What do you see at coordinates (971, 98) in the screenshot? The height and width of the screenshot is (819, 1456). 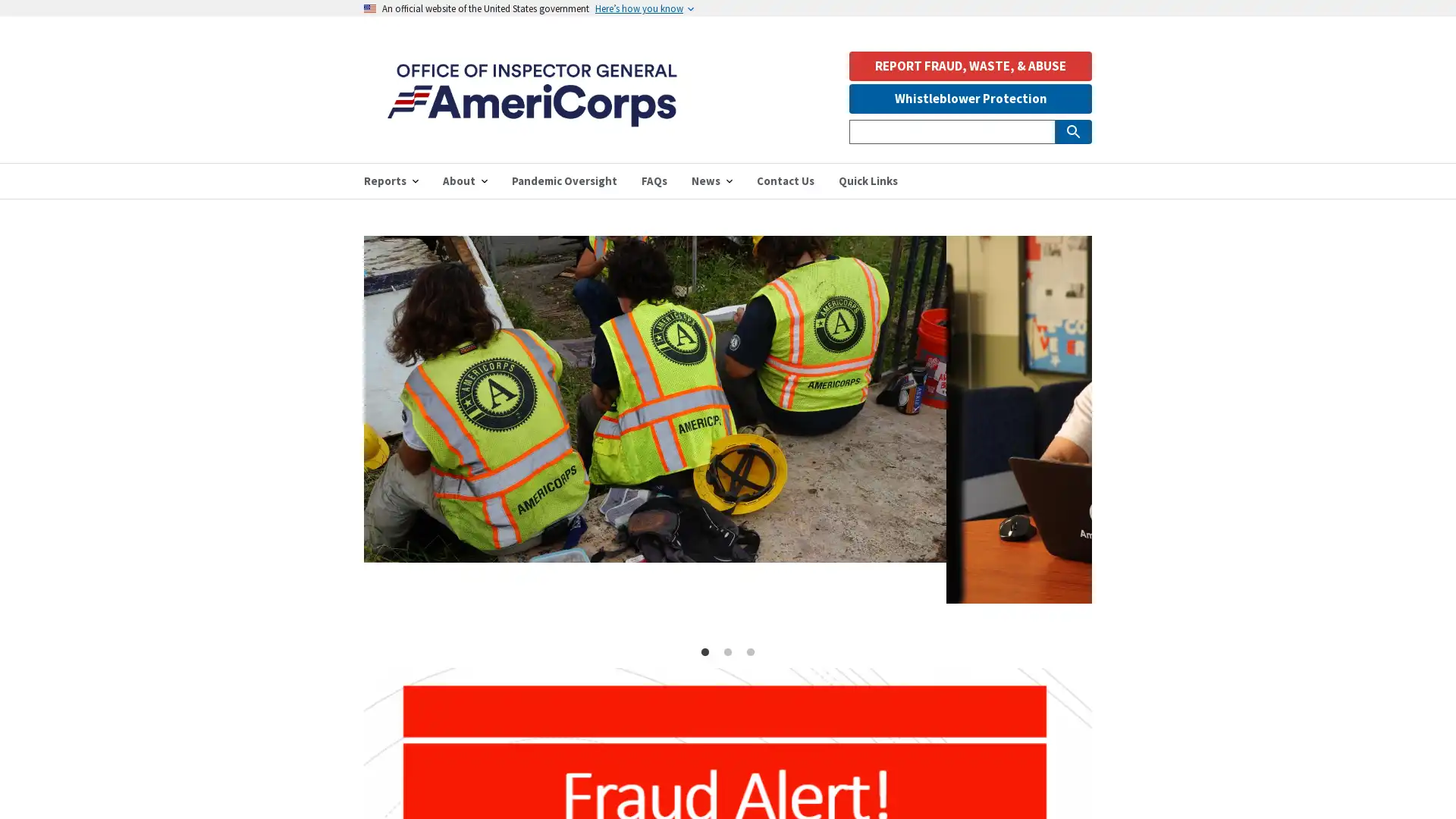 I see `Whistleblower Protection` at bounding box center [971, 98].